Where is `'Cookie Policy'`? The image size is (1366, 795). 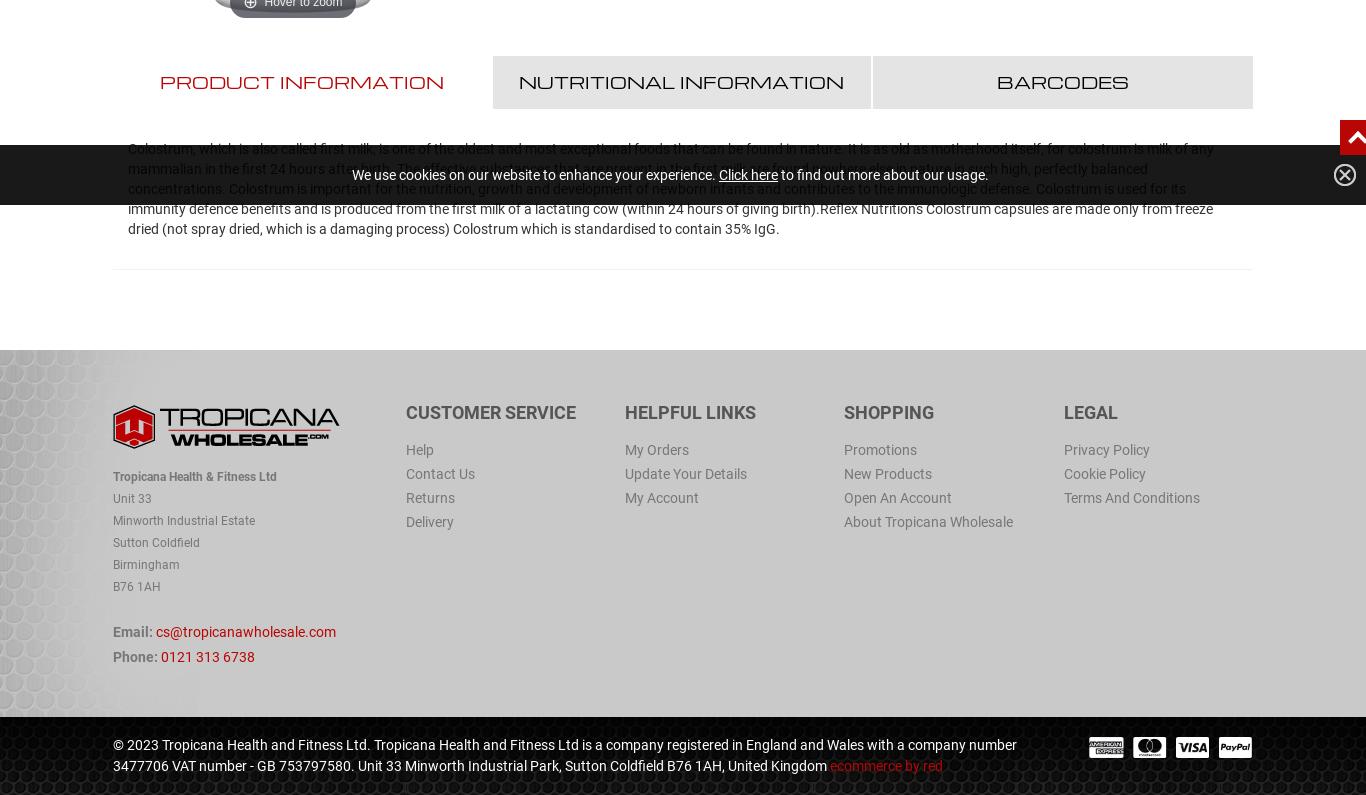 'Cookie Policy' is located at coordinates (1103, 473).